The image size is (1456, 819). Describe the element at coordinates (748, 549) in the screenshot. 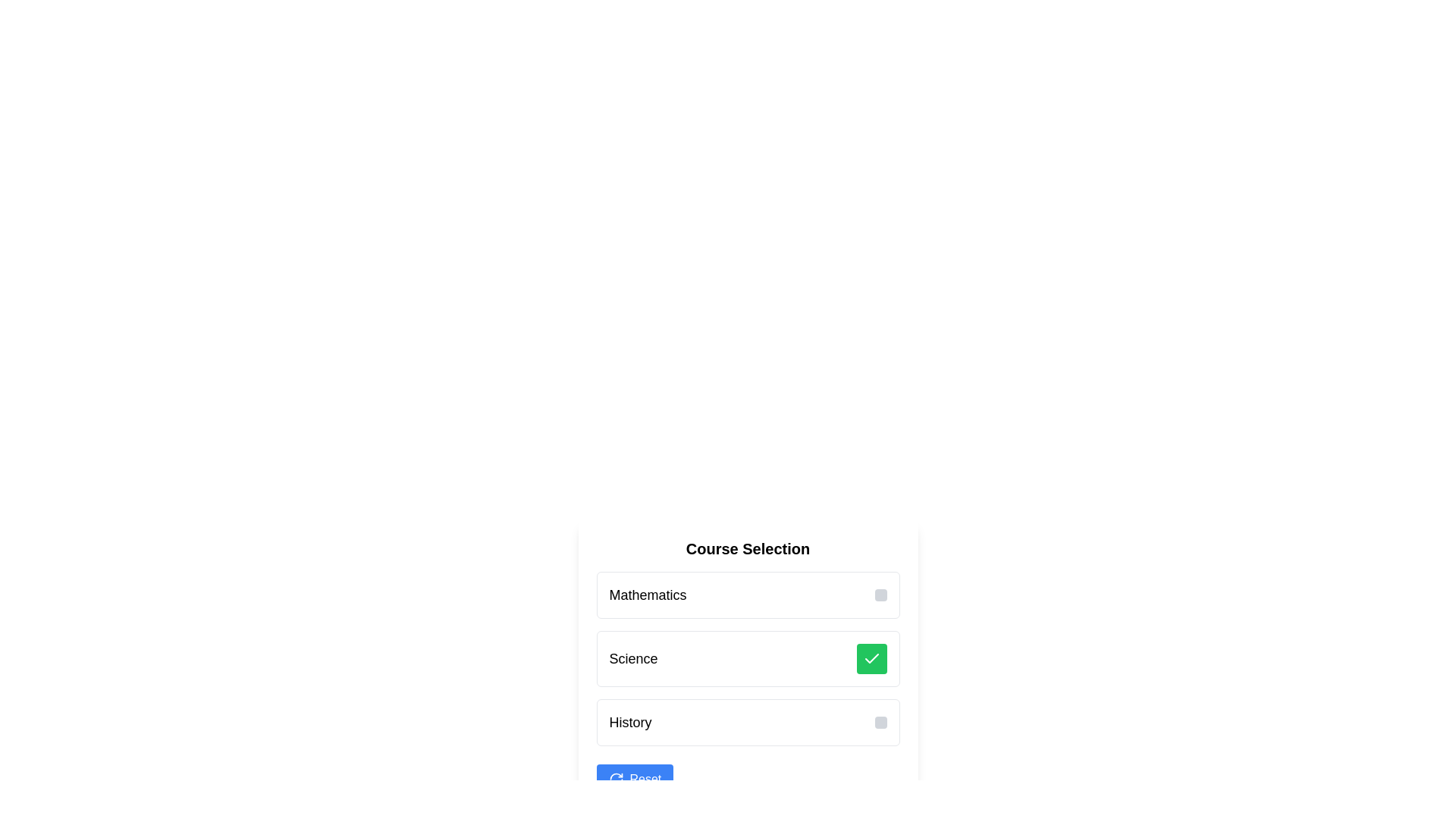

I see `the text label that serves as the title for the course selection interface, located above the list of selectable courses and the Reset button` at that location.